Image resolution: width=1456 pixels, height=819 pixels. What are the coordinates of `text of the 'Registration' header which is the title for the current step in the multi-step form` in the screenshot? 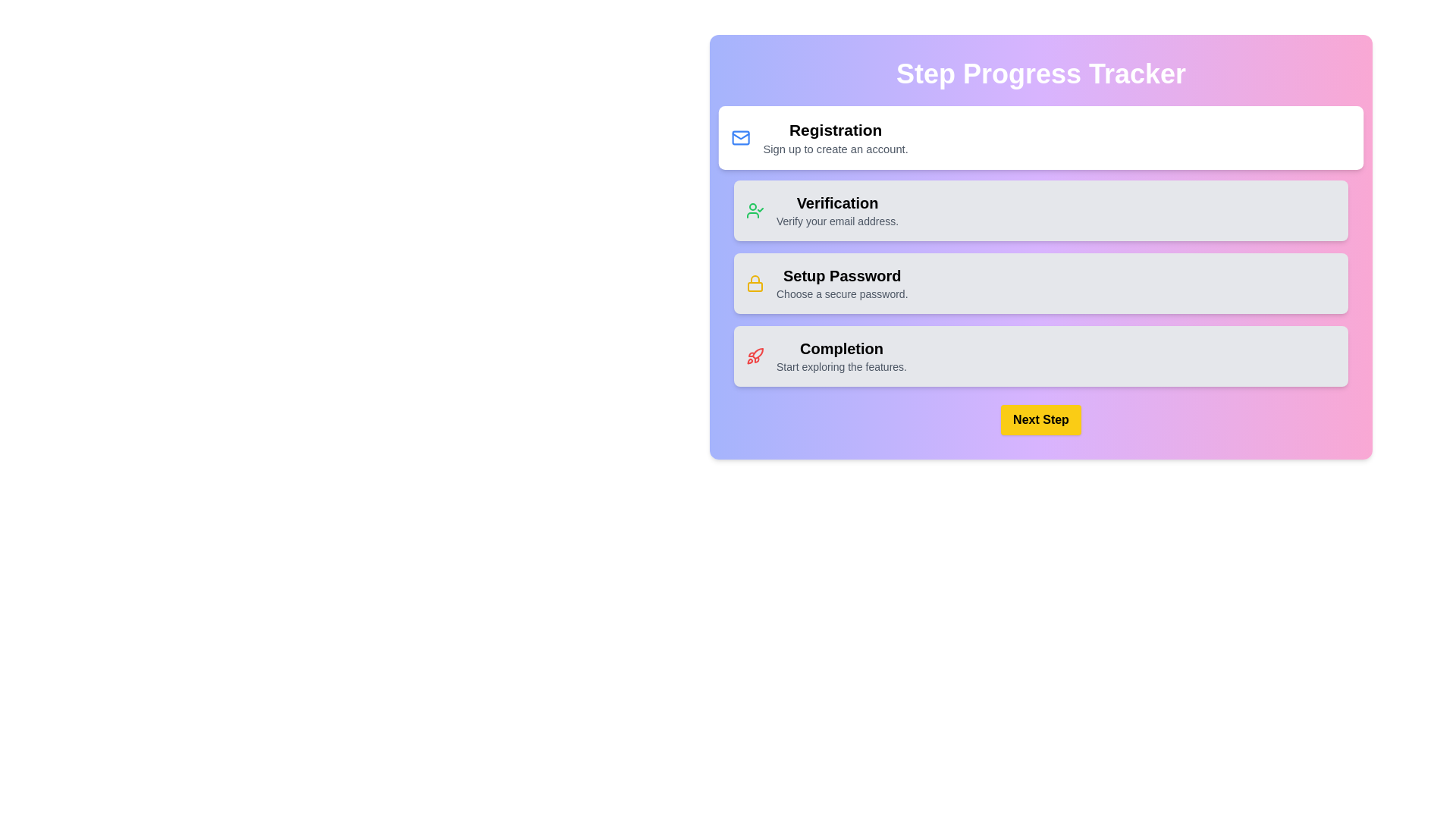 It's located at (835, 129).